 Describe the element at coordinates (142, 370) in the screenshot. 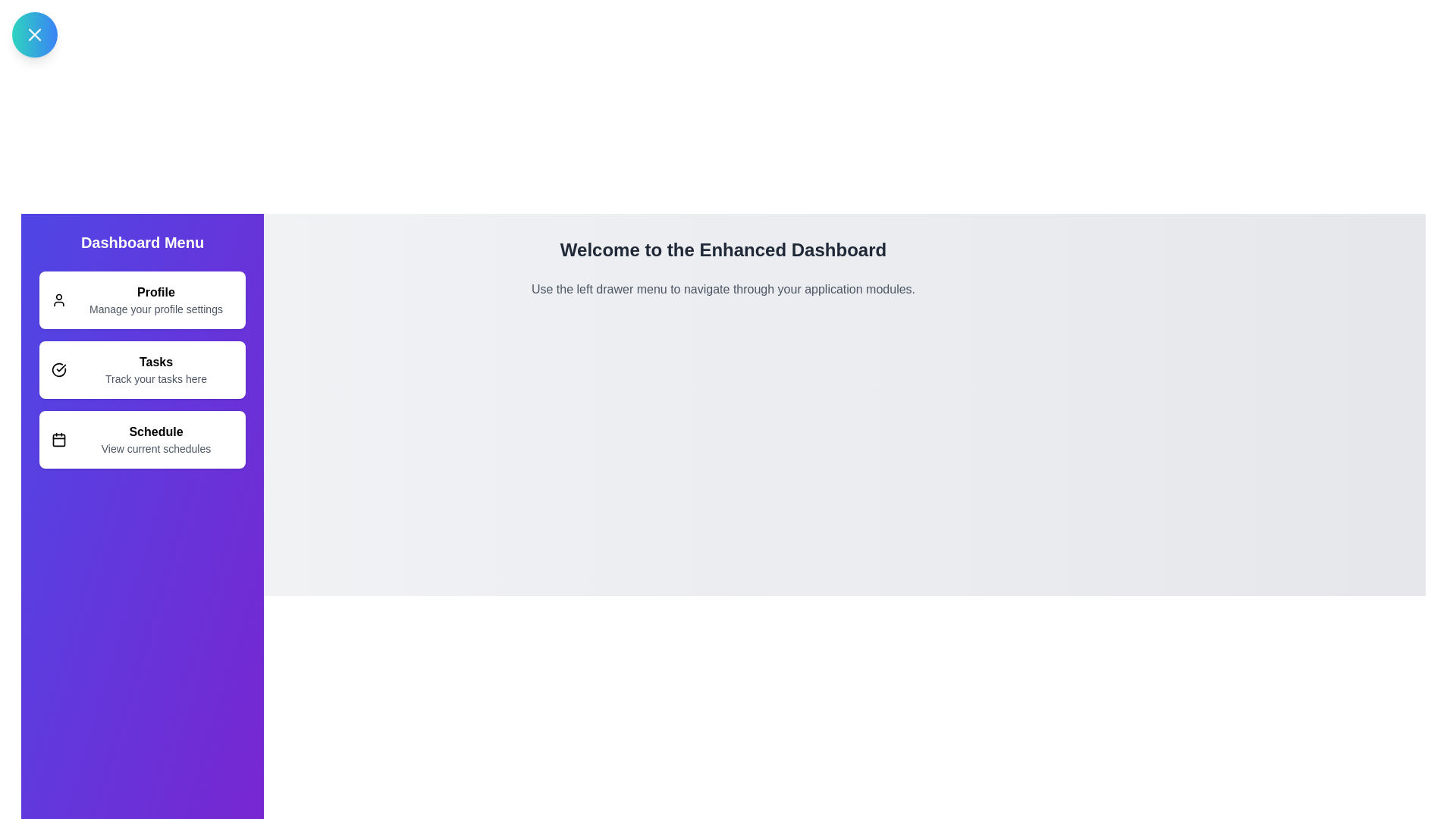

I see `the Tasks list item in the drawer to navigate or trigger its functionality` at that location.